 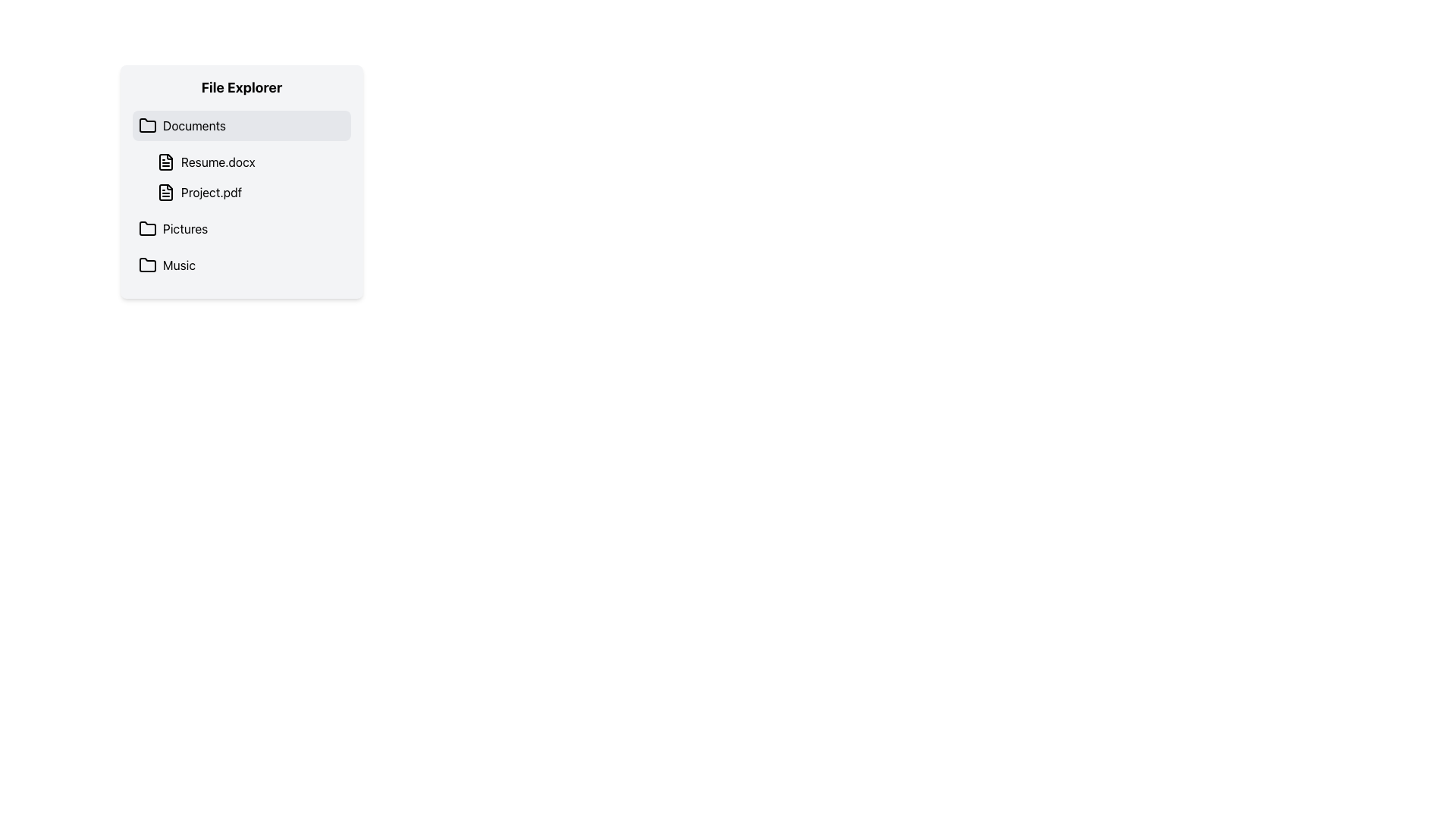 What do you see at coordinates (251, 162) in the screenshot?
I see `the list item representing the file named 'Resume.docx'` at bounding box center [251, 162].